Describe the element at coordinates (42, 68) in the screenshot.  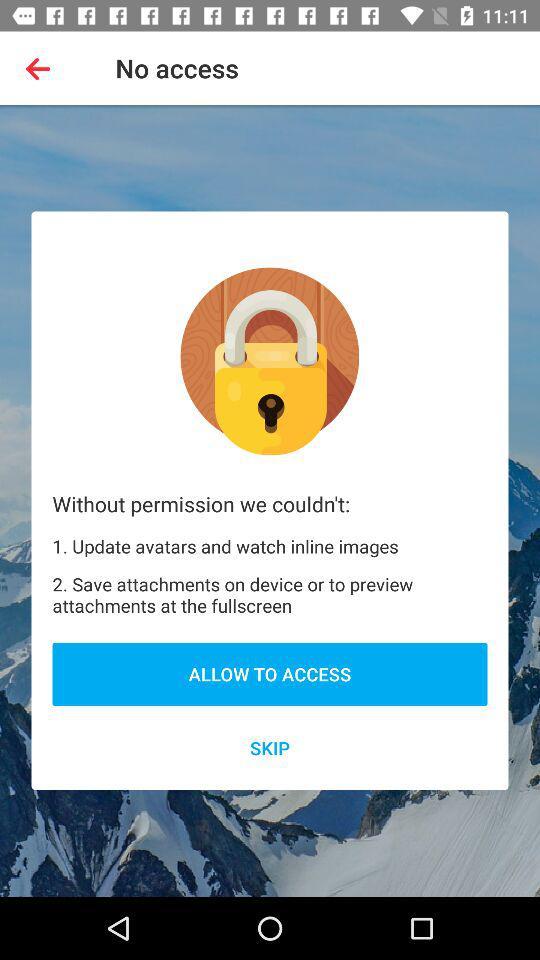
I see `app to the left of the no access item` at that location.